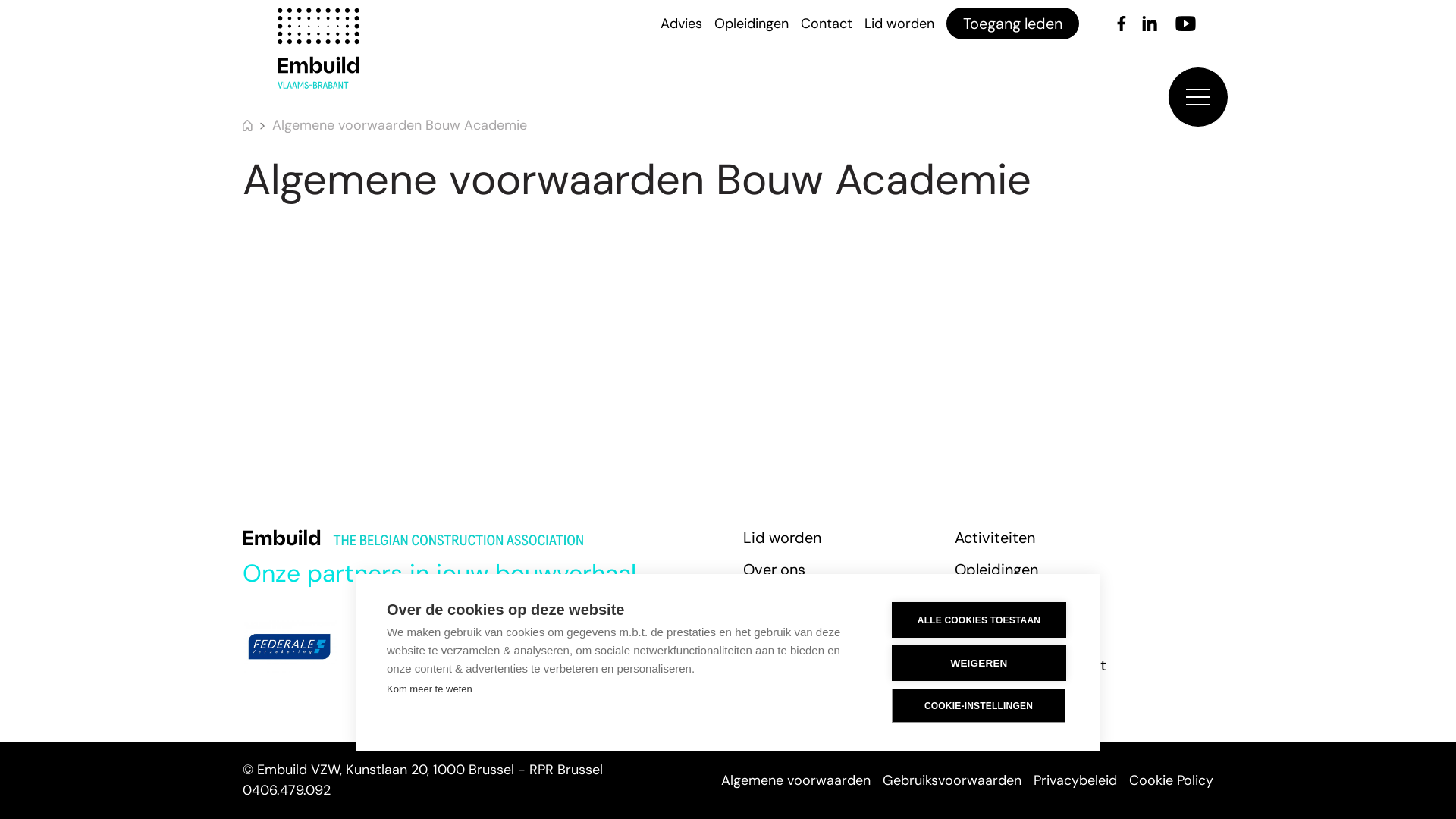  What do you see at coordinates (1172, 23) in the screenshot?
I see `'Youtube'` at bounding box center [1172, 23].